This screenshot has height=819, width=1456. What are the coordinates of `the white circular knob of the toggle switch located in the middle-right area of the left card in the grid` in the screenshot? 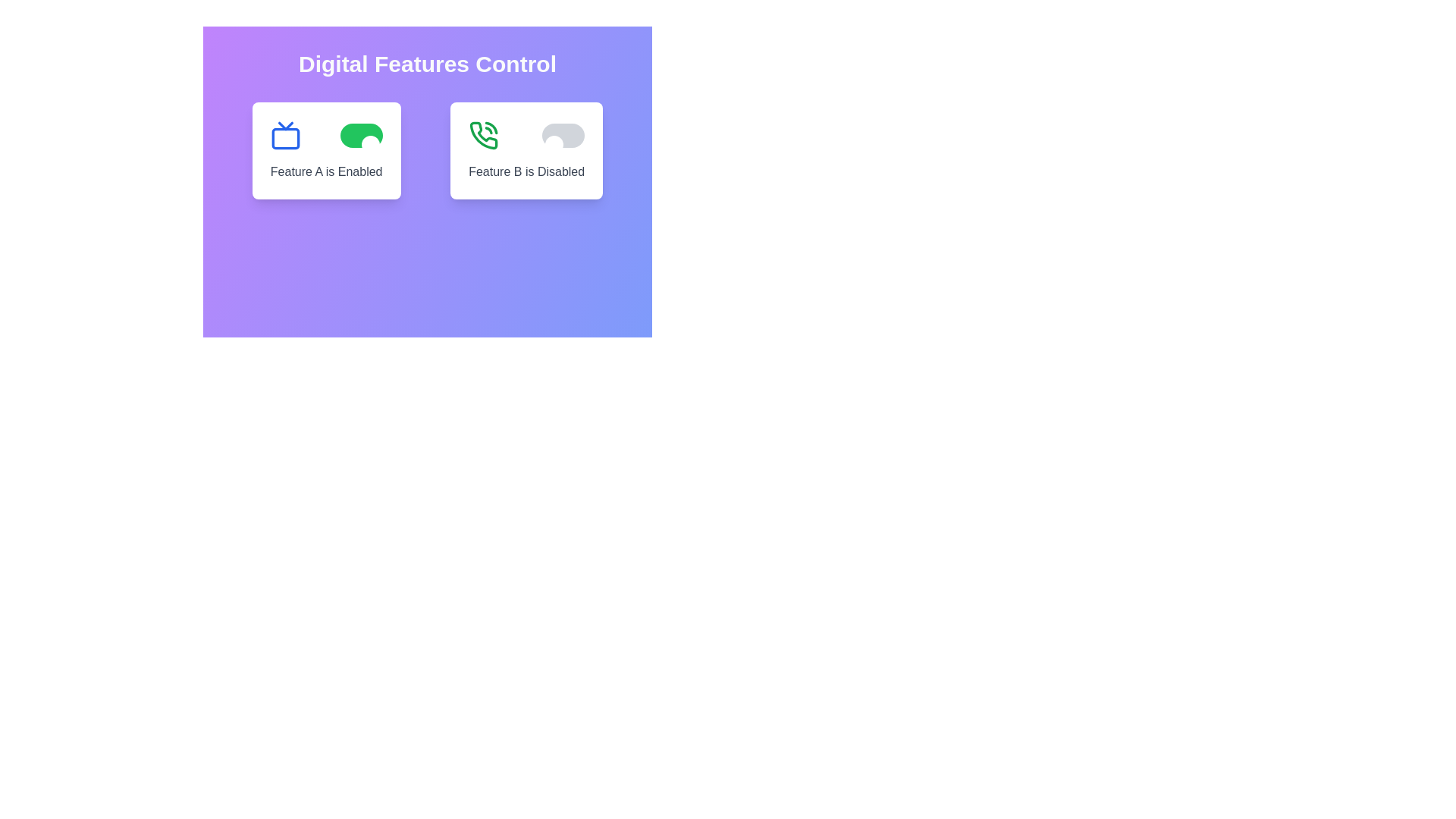 It's located at (360, 134).